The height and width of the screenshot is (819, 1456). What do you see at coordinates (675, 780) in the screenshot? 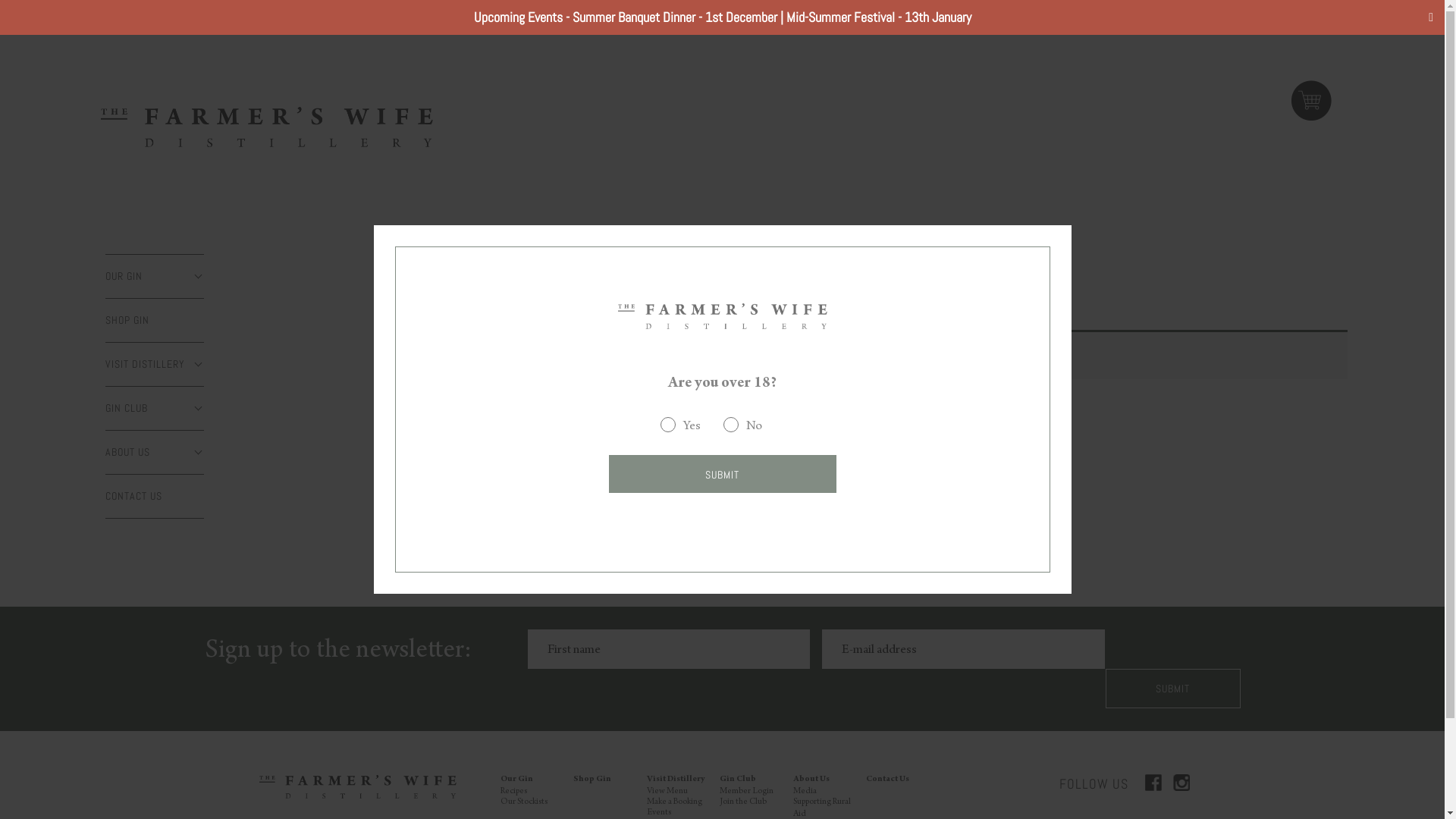
I see `'Visit Distillery'` at bounding box center [675, 780].